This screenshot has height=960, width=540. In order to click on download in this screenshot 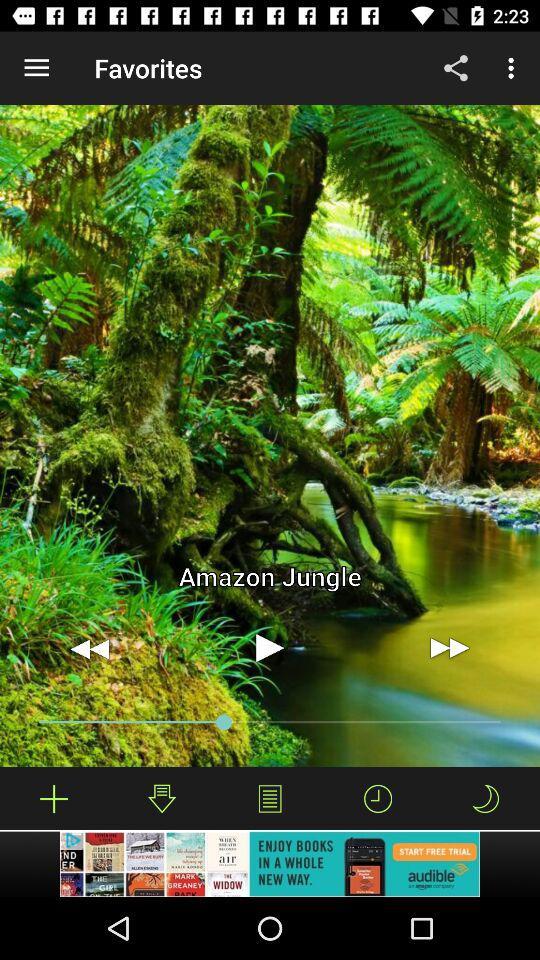, I will do `click(161, 798)`.